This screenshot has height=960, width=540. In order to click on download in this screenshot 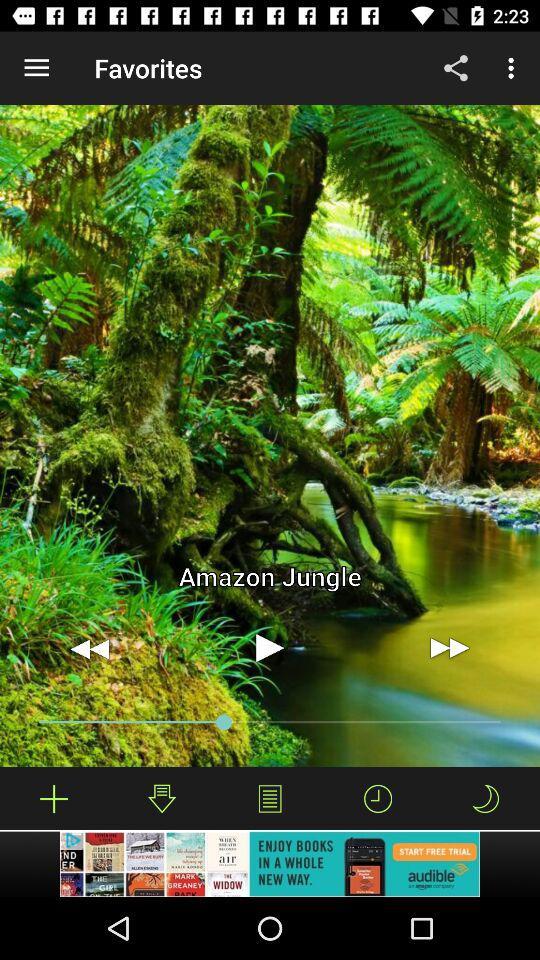, I will do `click(161, 798)`.